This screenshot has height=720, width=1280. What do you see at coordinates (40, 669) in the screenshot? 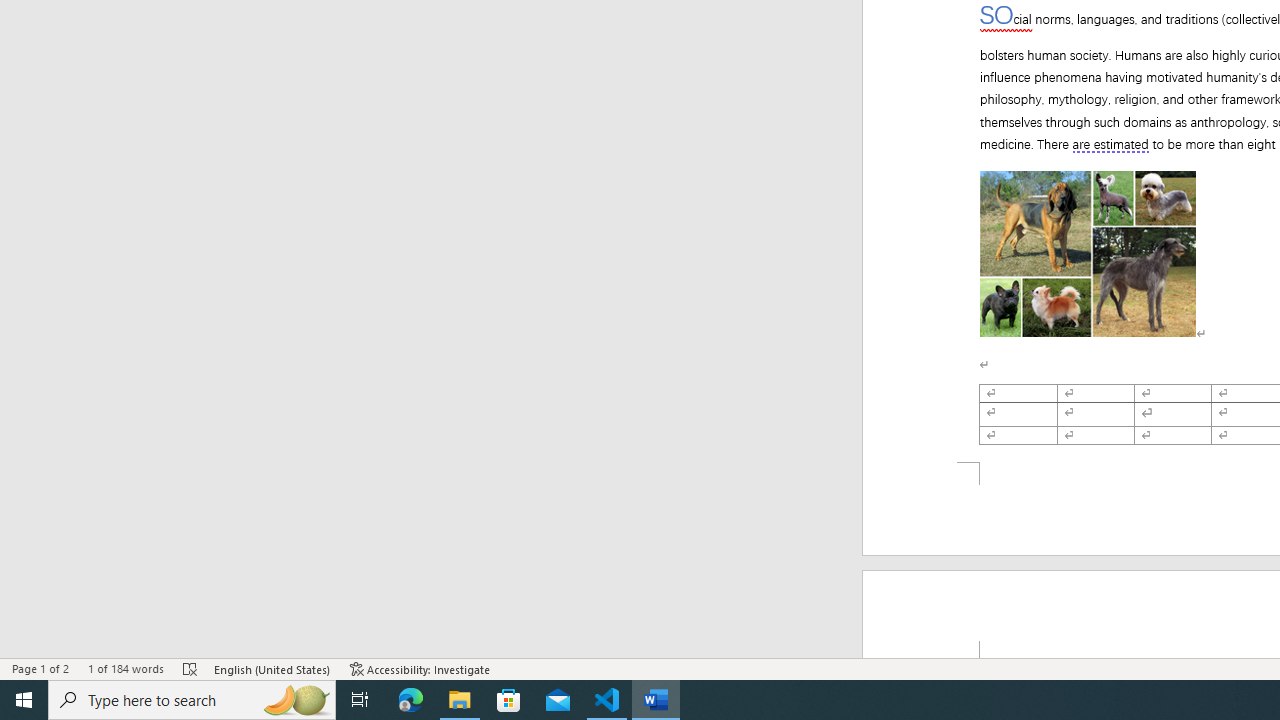
I see `'Page Number Page 1 of 2'` at bounding box center [40, 669].